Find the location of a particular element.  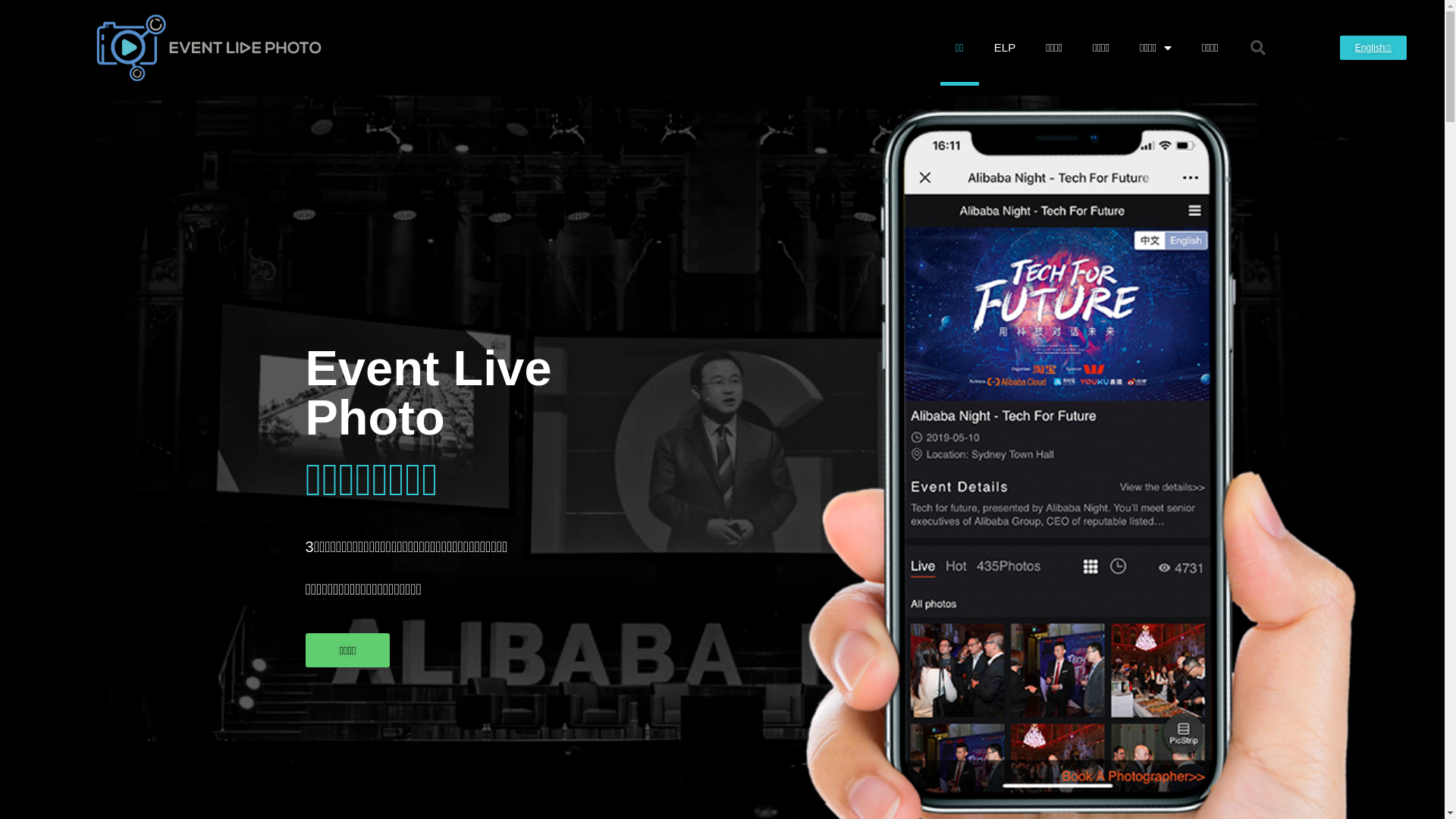

'ELP' is located at coordinates (1004, 46).